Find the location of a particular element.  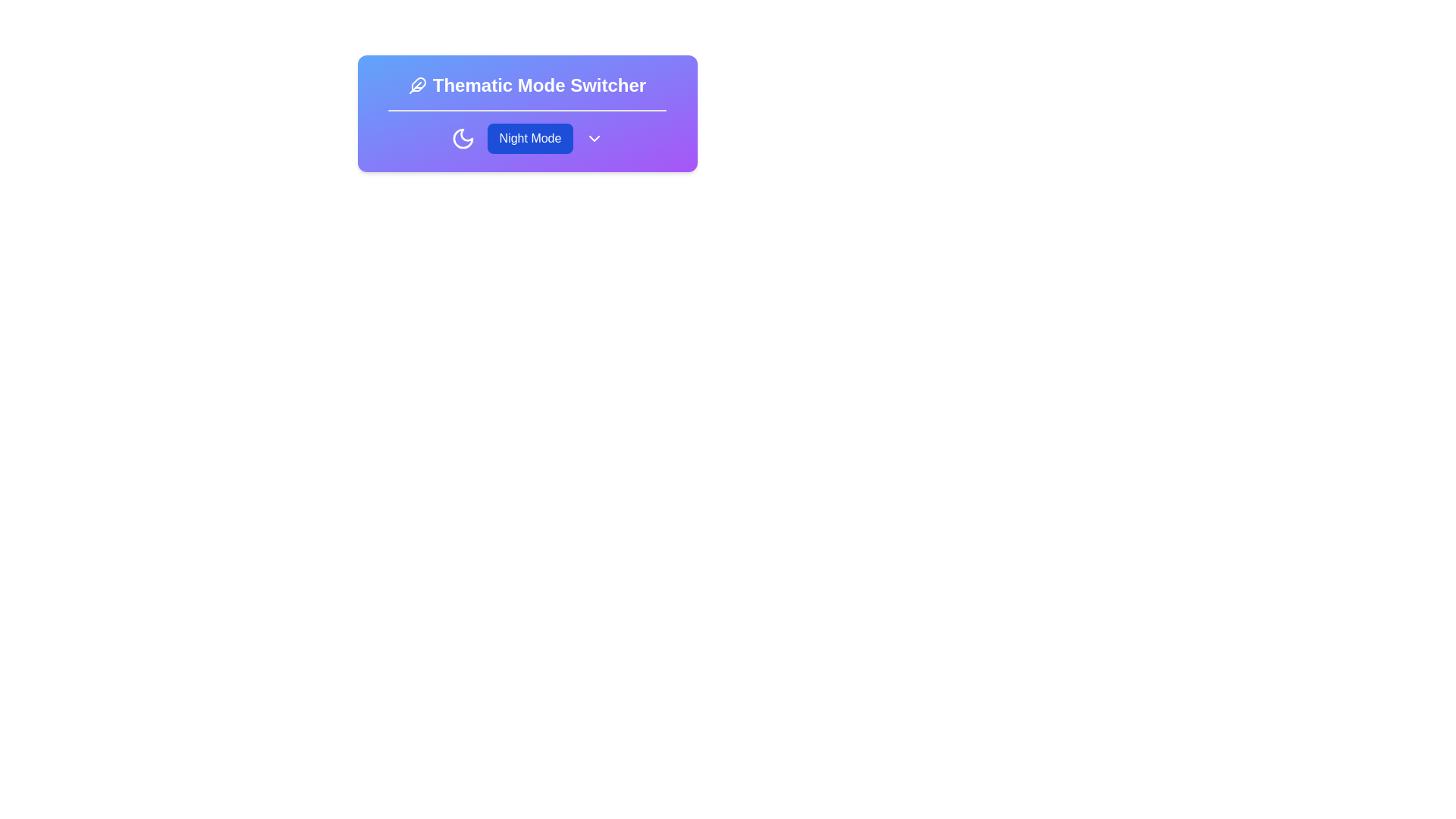

the text label reading 'Thematic Mode Switcher', which is bold and white, located at the top-left of a box with theming options, positioned to the right of a quill feather icon is located at coordinates (539, 85).